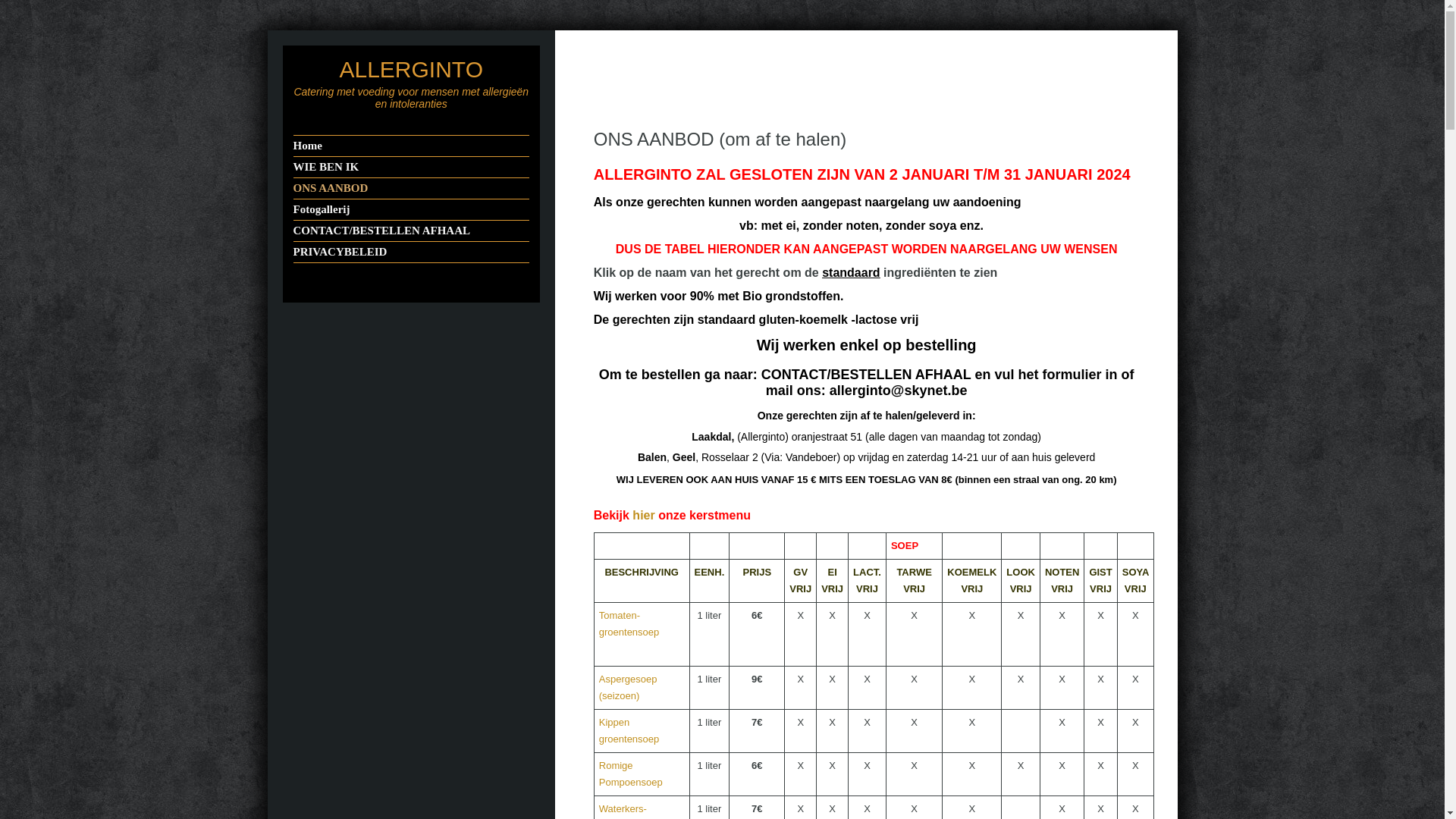 The height and width of the screenshot is (819, 1456). Describe the element at coordinates (410, 251) in the screenshot. I see `'PRIVACYBELEID'` at that location.